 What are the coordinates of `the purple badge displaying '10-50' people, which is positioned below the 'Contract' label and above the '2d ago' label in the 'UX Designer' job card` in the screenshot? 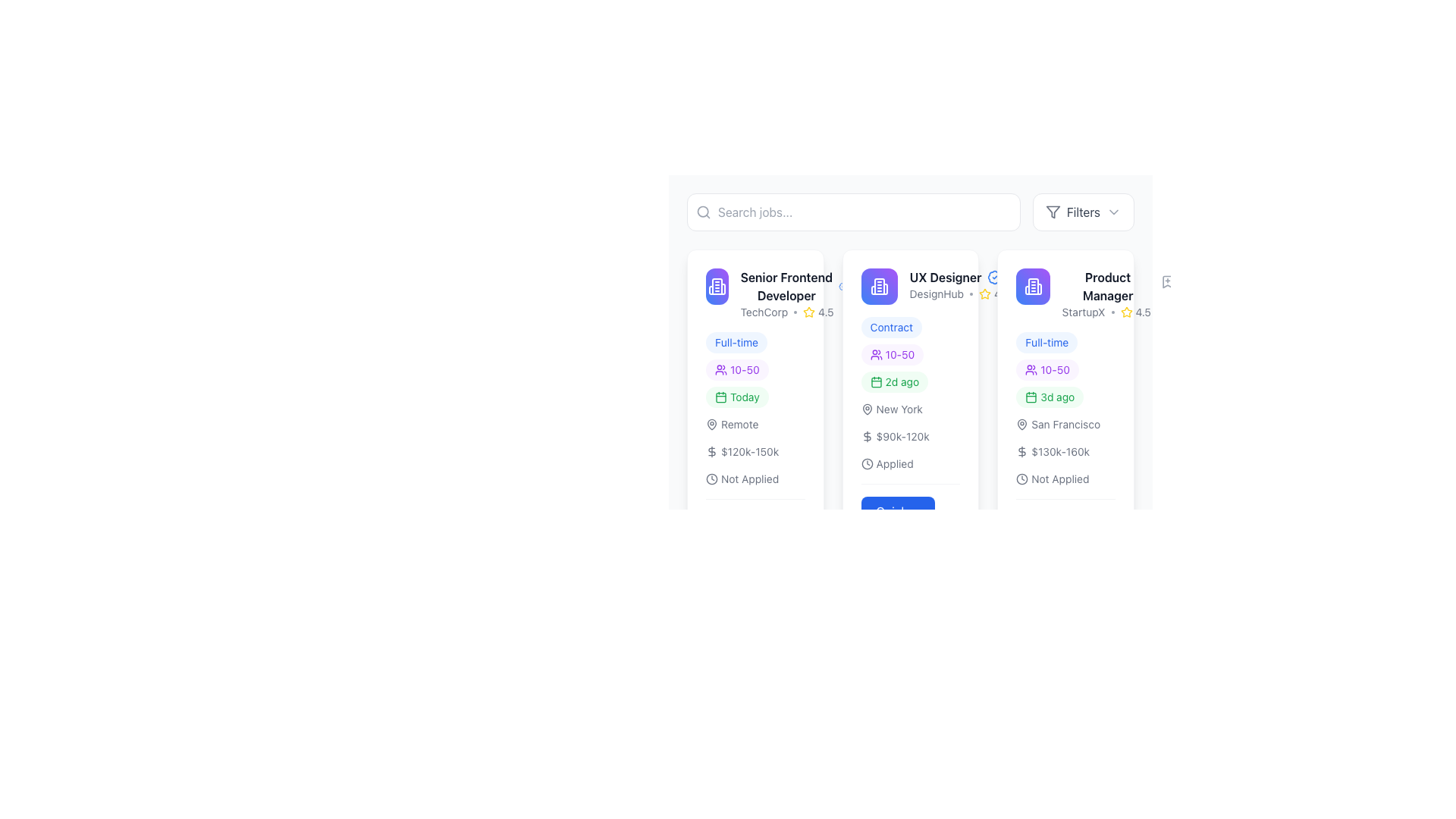 It's located at (910, 354).